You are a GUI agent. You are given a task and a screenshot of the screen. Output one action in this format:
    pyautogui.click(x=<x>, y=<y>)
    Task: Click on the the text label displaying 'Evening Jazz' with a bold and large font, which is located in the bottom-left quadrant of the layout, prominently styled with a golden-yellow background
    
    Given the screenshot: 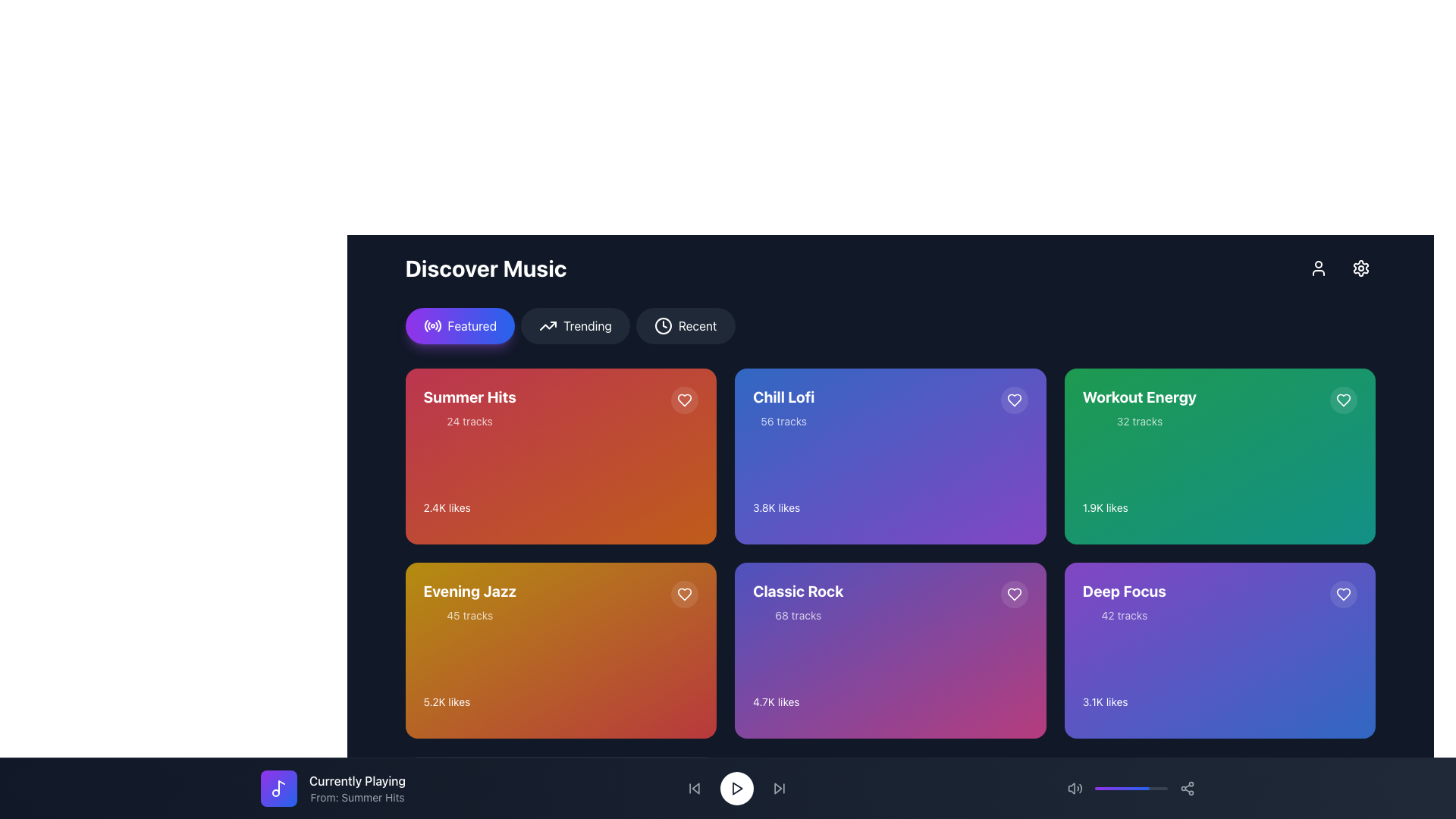 What is the action you would take?
    pyautogui.click(x=469, y=590)
    